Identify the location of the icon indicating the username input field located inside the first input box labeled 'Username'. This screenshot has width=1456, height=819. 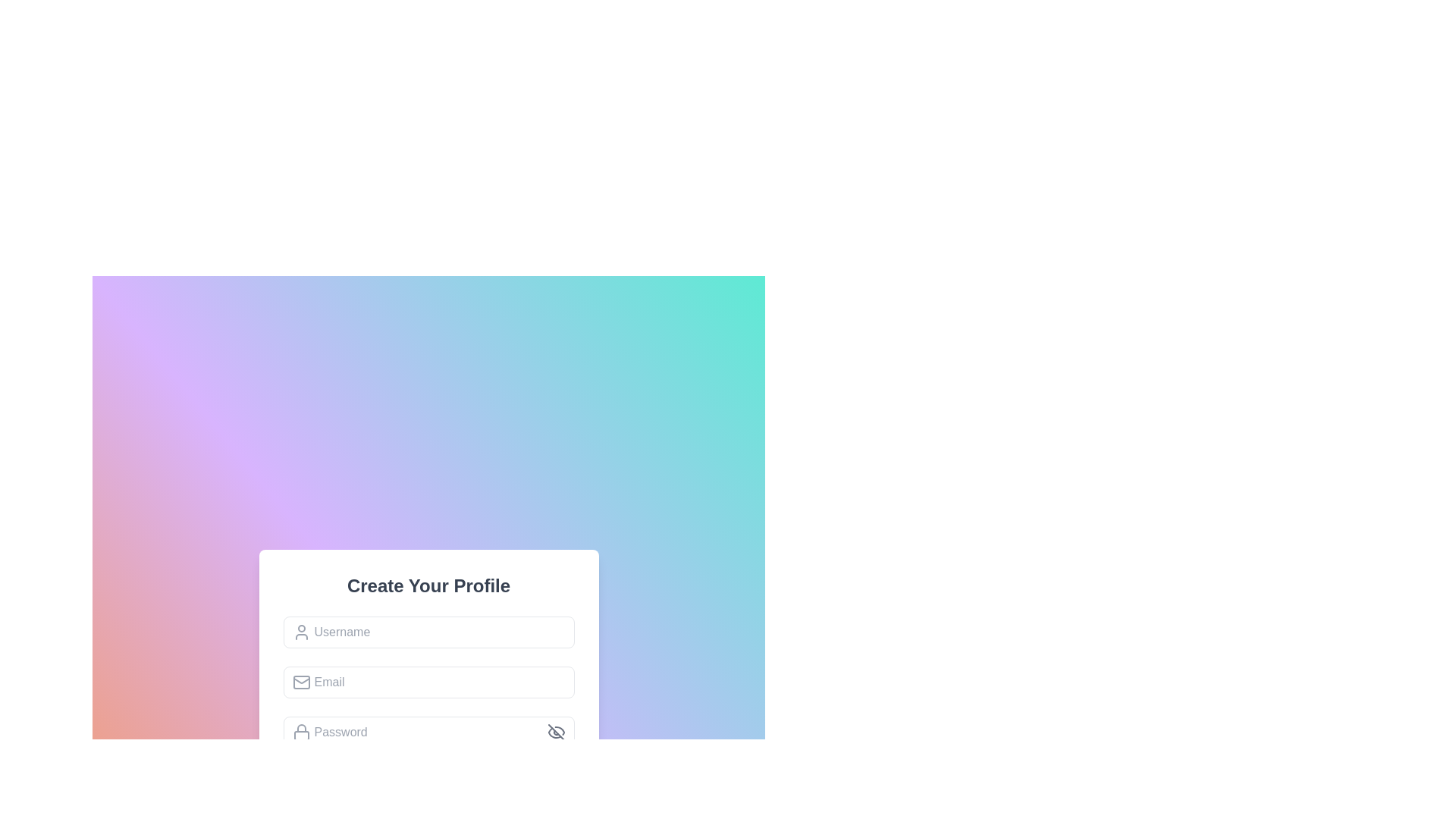
(301, 632).